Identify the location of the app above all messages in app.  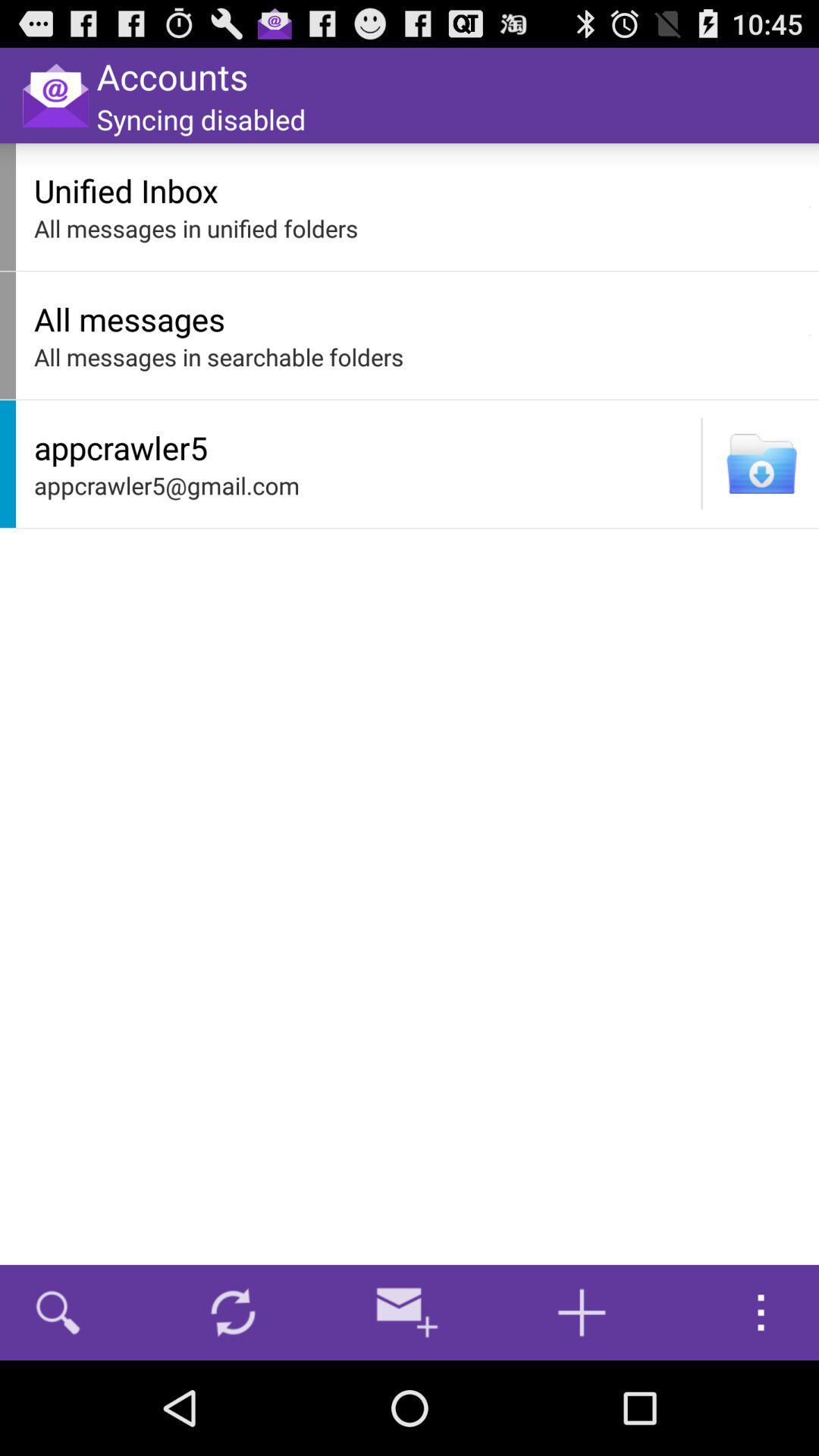
(809, 206).